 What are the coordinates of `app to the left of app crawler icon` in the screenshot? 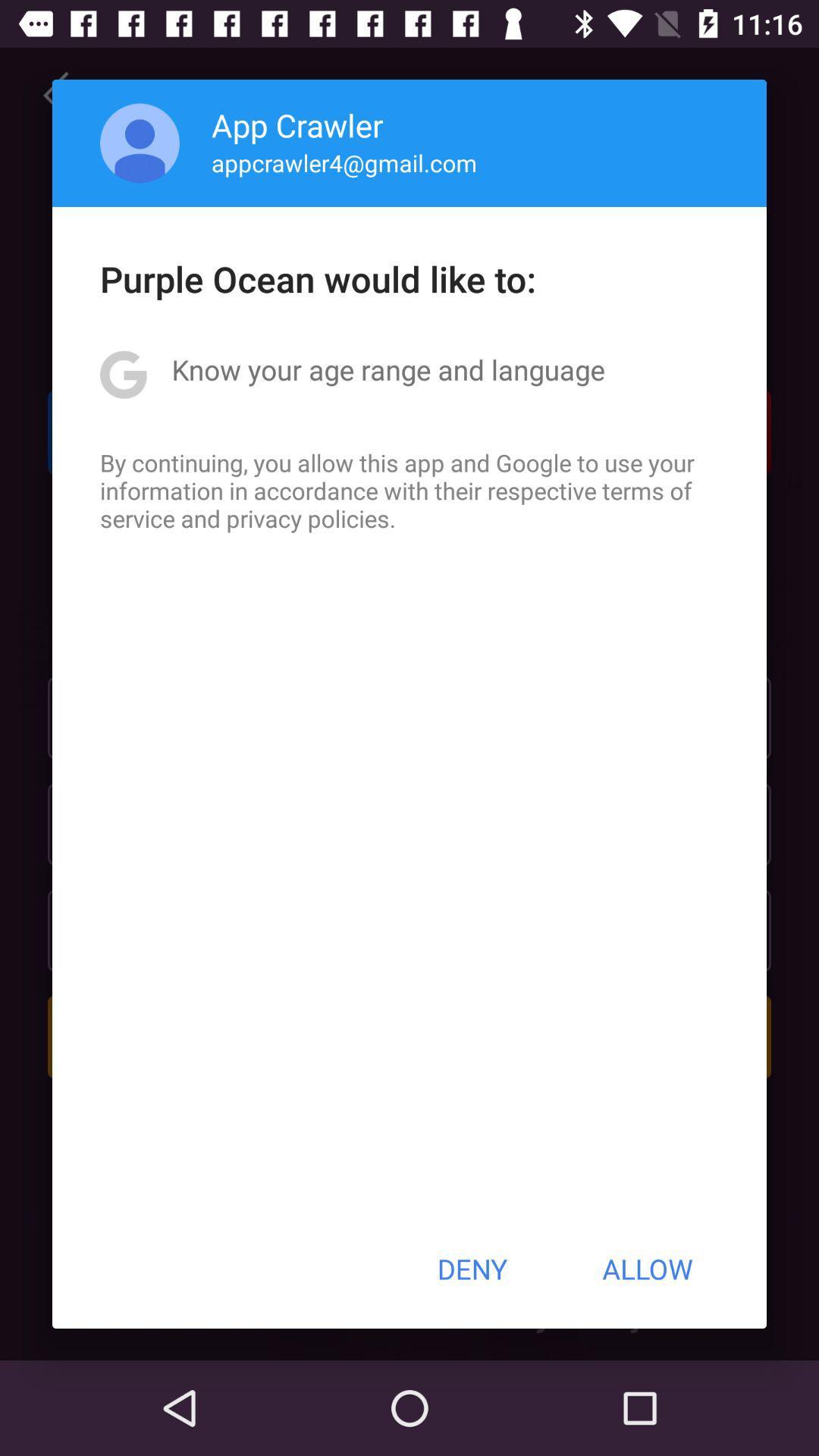 It's located at (140, 143).